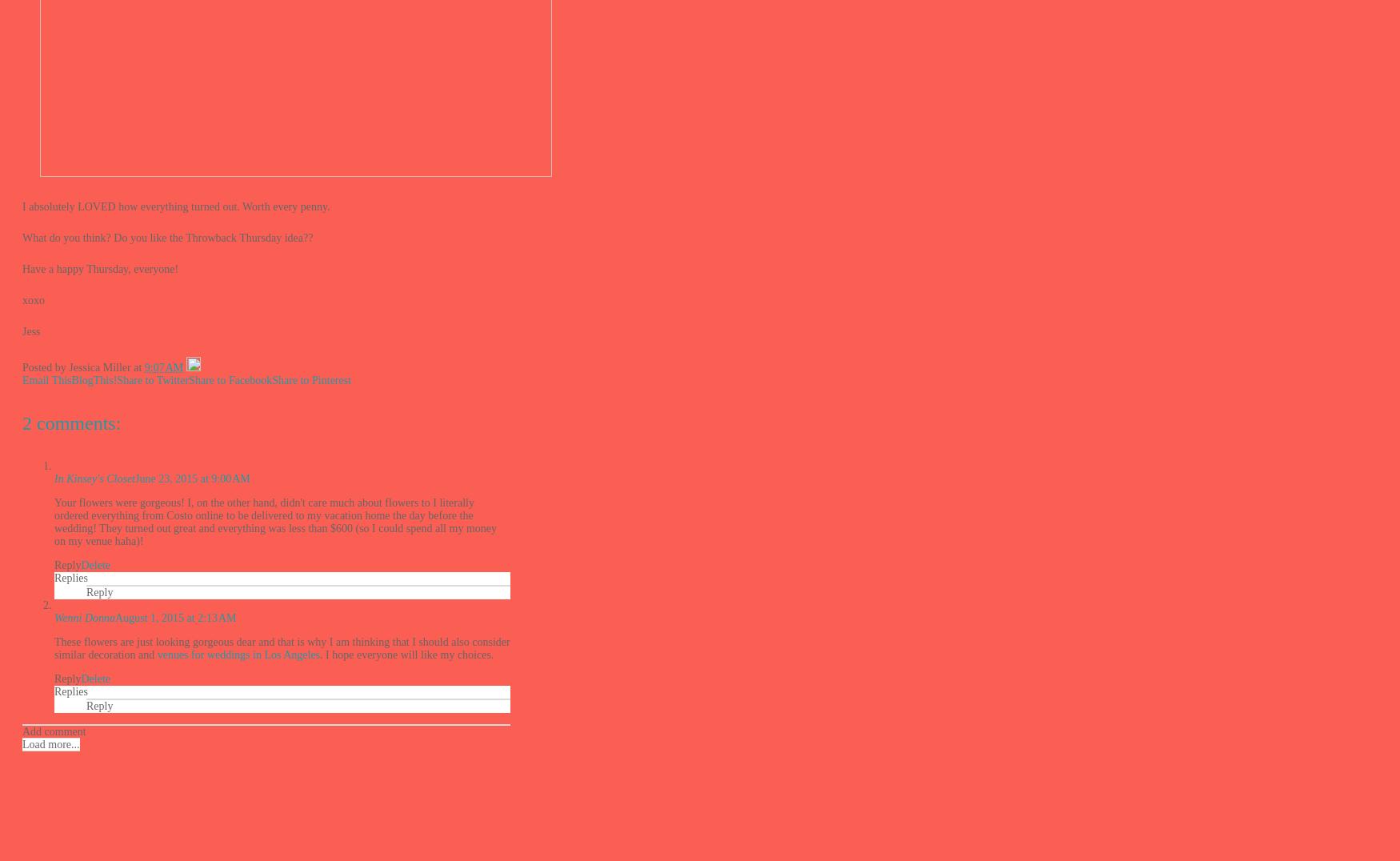 This screenshot has width=1400, height=861. Describe the element at coordinates (54, 478) in the screenshot. I see `'In Kinsey's Closet'` at that location.